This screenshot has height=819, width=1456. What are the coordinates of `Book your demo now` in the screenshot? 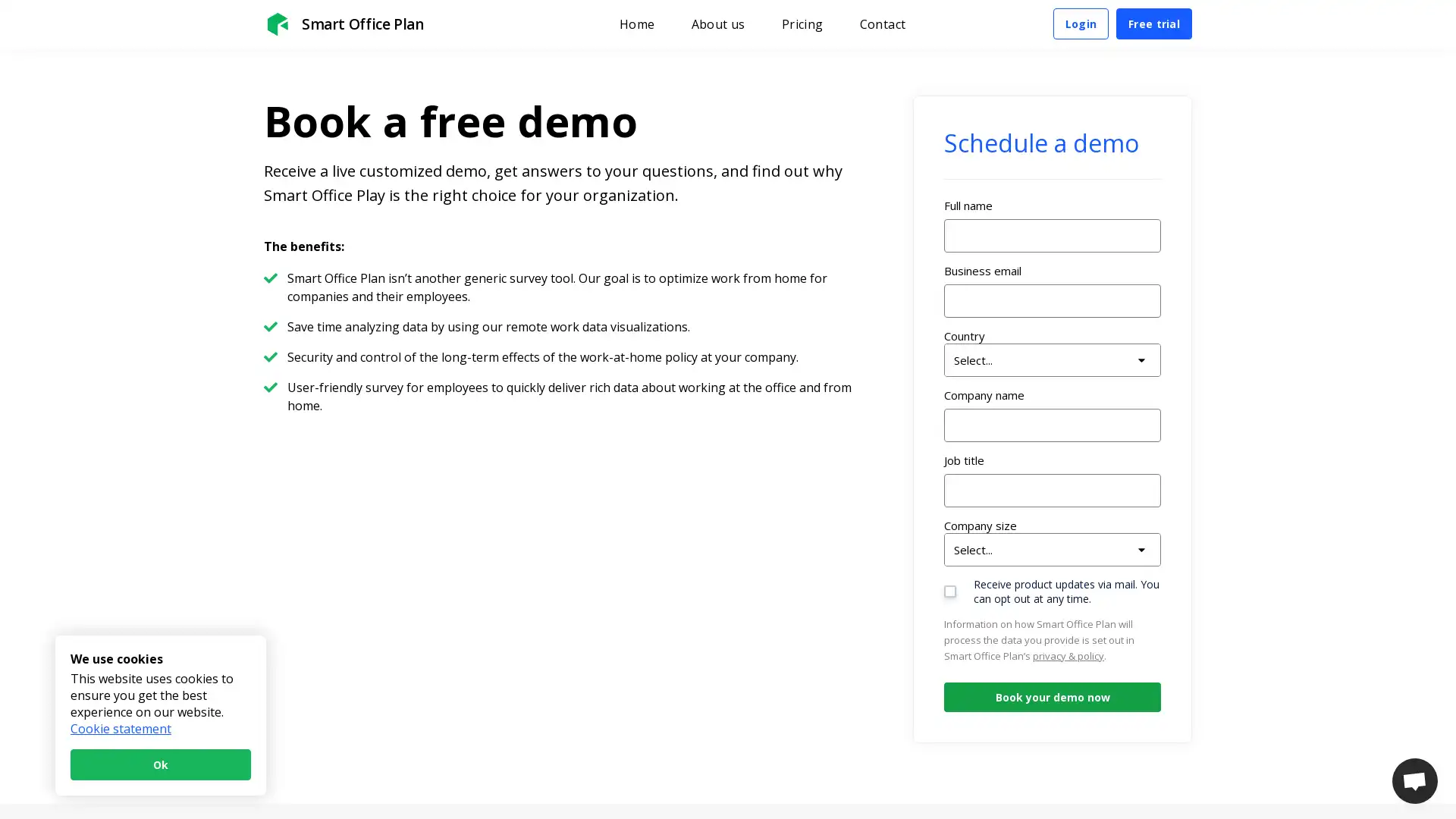 It's located at (1051, 697).